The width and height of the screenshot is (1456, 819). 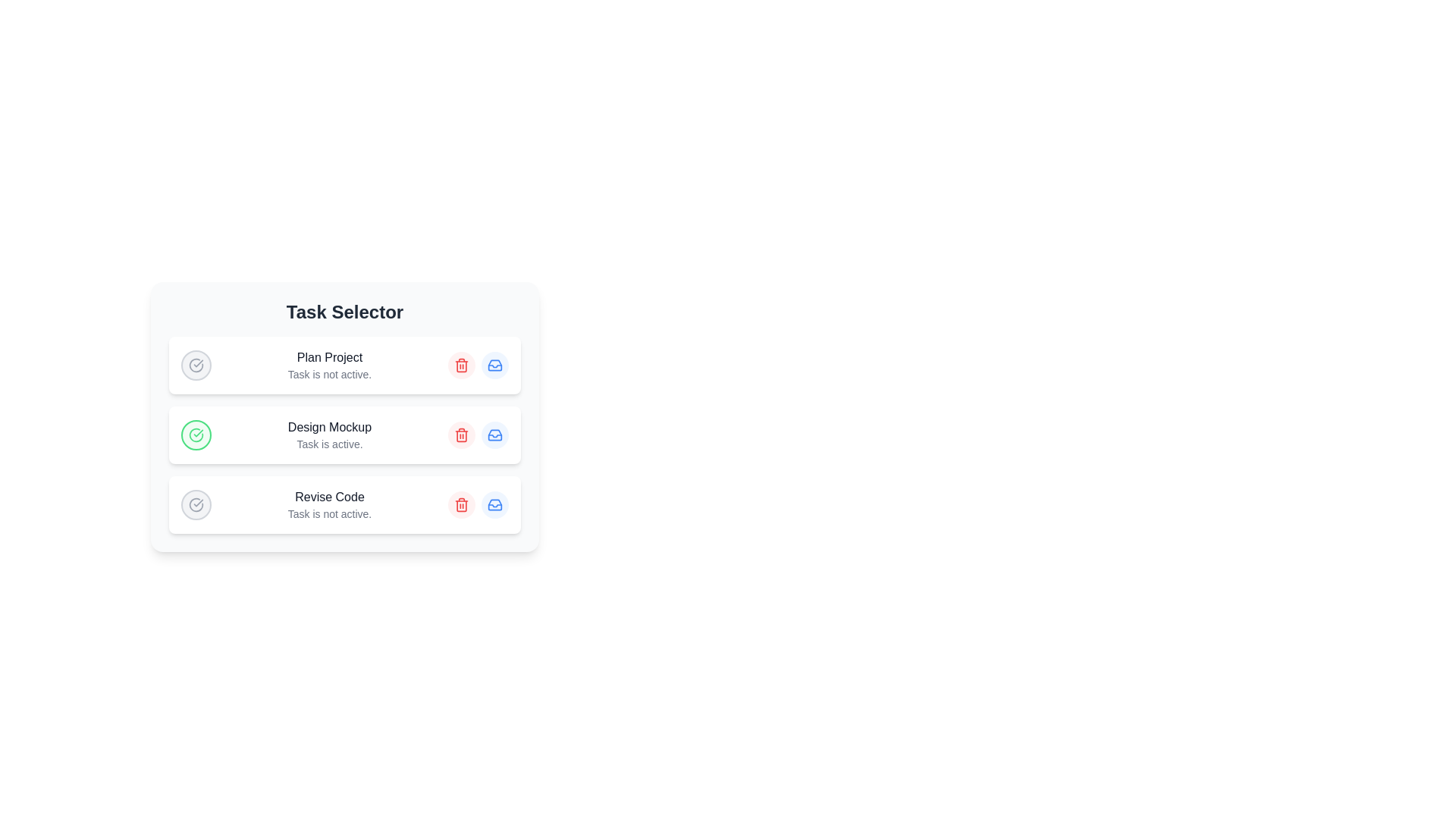 I want to click on the distinct inbox-like icon positioned to the far right of the 'Design Mockup' list item under the 'Task Selector' header, so click(x=494, y=435).